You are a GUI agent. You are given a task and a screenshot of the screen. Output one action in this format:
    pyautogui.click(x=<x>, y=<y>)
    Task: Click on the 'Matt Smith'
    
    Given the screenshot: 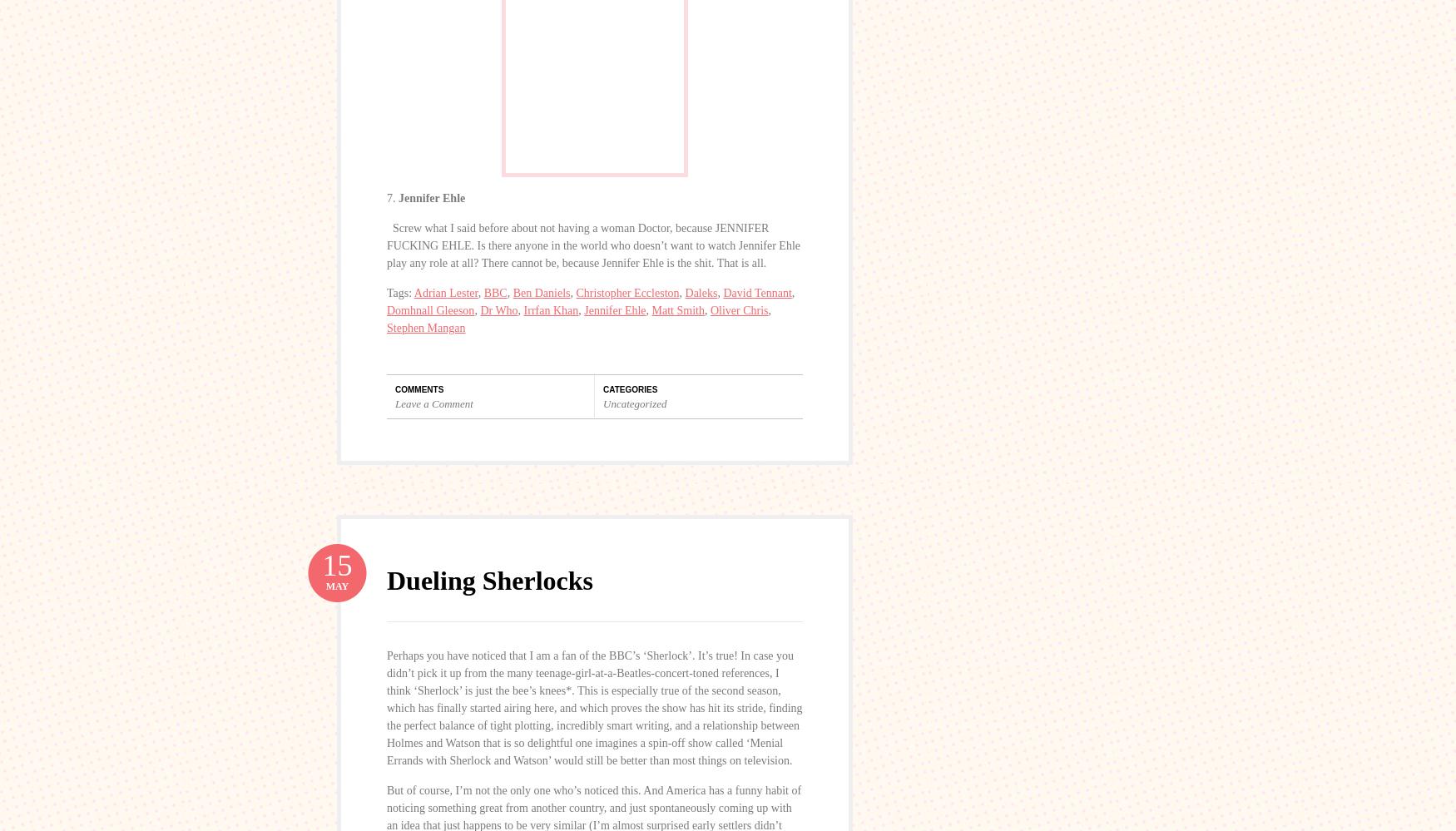 What is the action you would take?
    pyautogui.click(x=677, y=309)
    